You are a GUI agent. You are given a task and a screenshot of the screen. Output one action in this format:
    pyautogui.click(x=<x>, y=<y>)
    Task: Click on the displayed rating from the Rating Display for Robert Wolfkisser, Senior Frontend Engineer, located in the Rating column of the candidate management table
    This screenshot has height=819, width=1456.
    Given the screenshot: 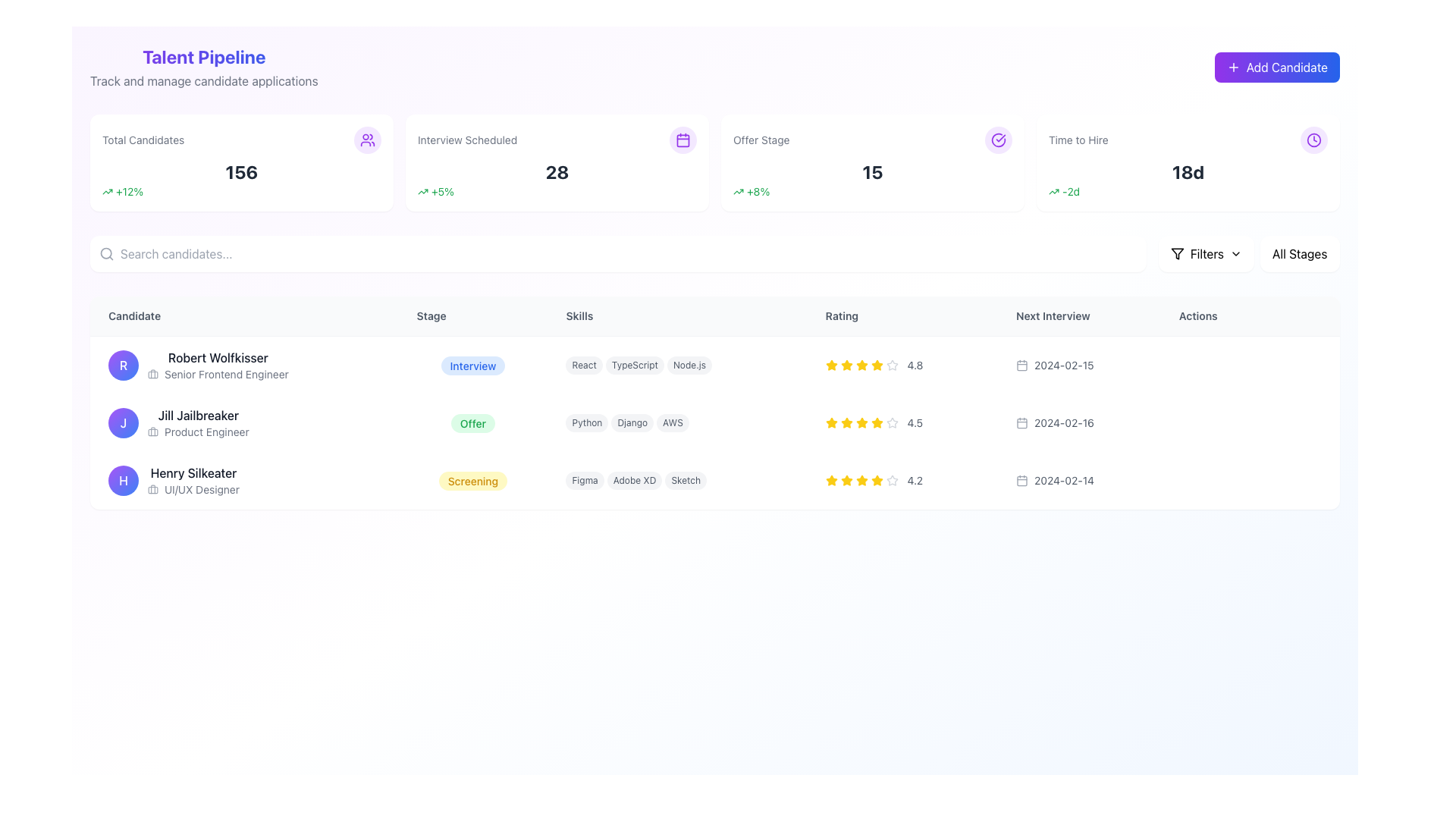 What is the action you would take?
    pyautogui.click(x=902, y=365)
    